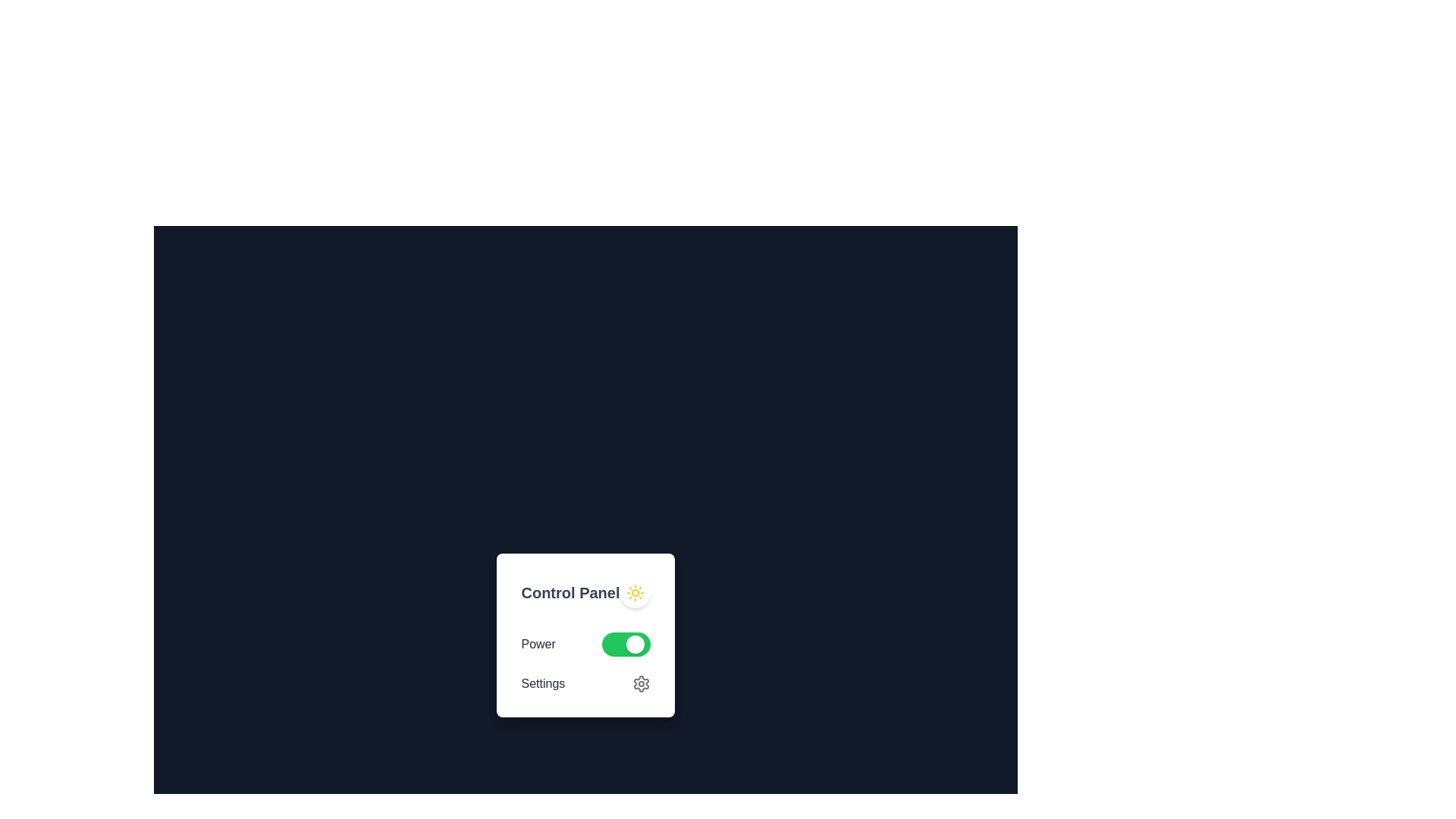 This screenshot has height=819, width=1456. Describe the element at coordinates (543, 684) in the screenshot. I see `the Text Label positioned in the bottom-left section, which describes the nearby settings-related icon or button` at that location.